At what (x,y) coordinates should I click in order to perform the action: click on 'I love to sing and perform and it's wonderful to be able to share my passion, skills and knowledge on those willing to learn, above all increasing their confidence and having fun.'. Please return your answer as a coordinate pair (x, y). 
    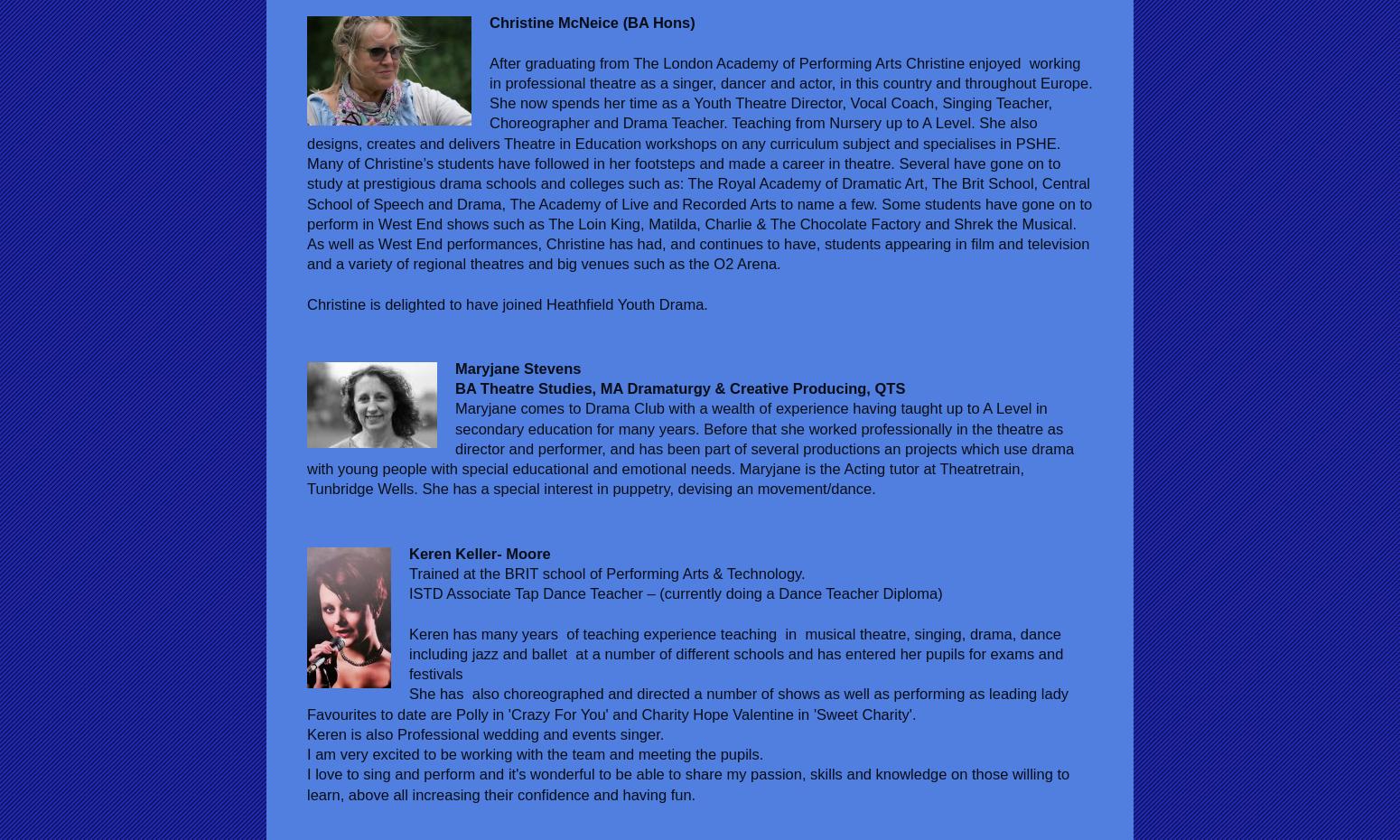
    Looking at the image, I should click on (687, 783).